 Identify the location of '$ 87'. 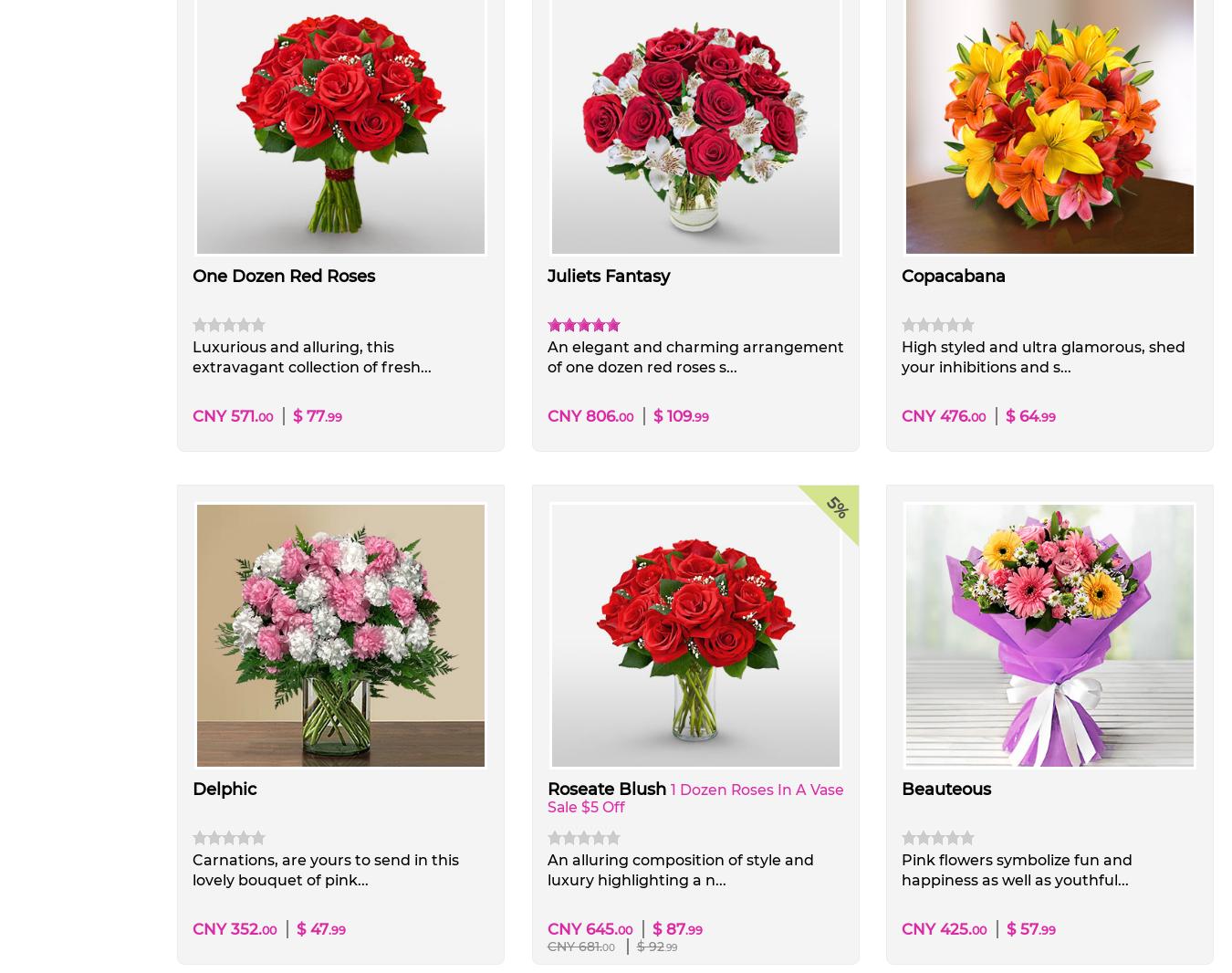
(666, 927).